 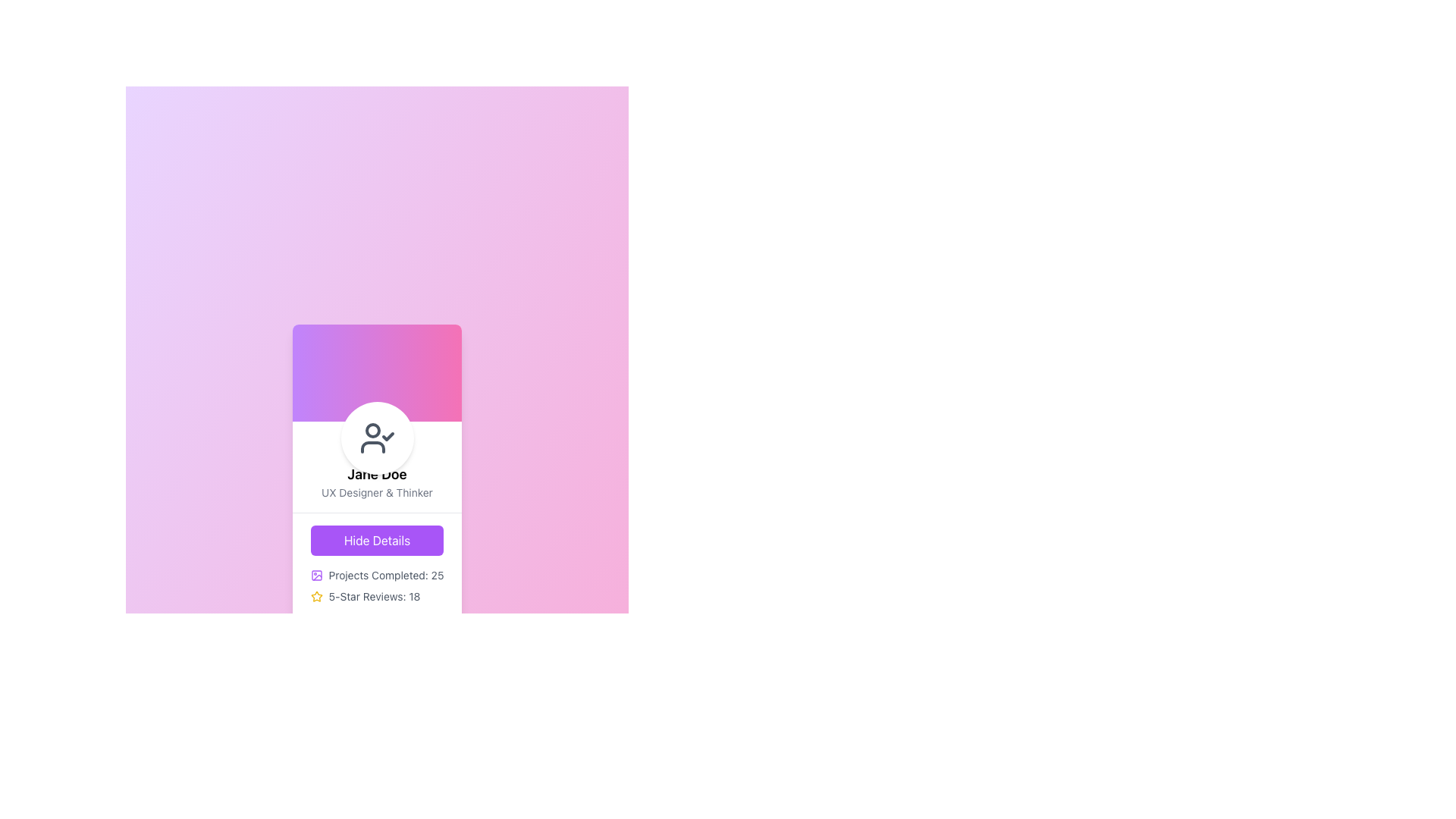 What do you see at coordinates (372, 446) in the screenshot?
I see `curved shape at the lower part of the user profile icon within the SVG illustration for detailed properties` at bounding box center [372, 446].